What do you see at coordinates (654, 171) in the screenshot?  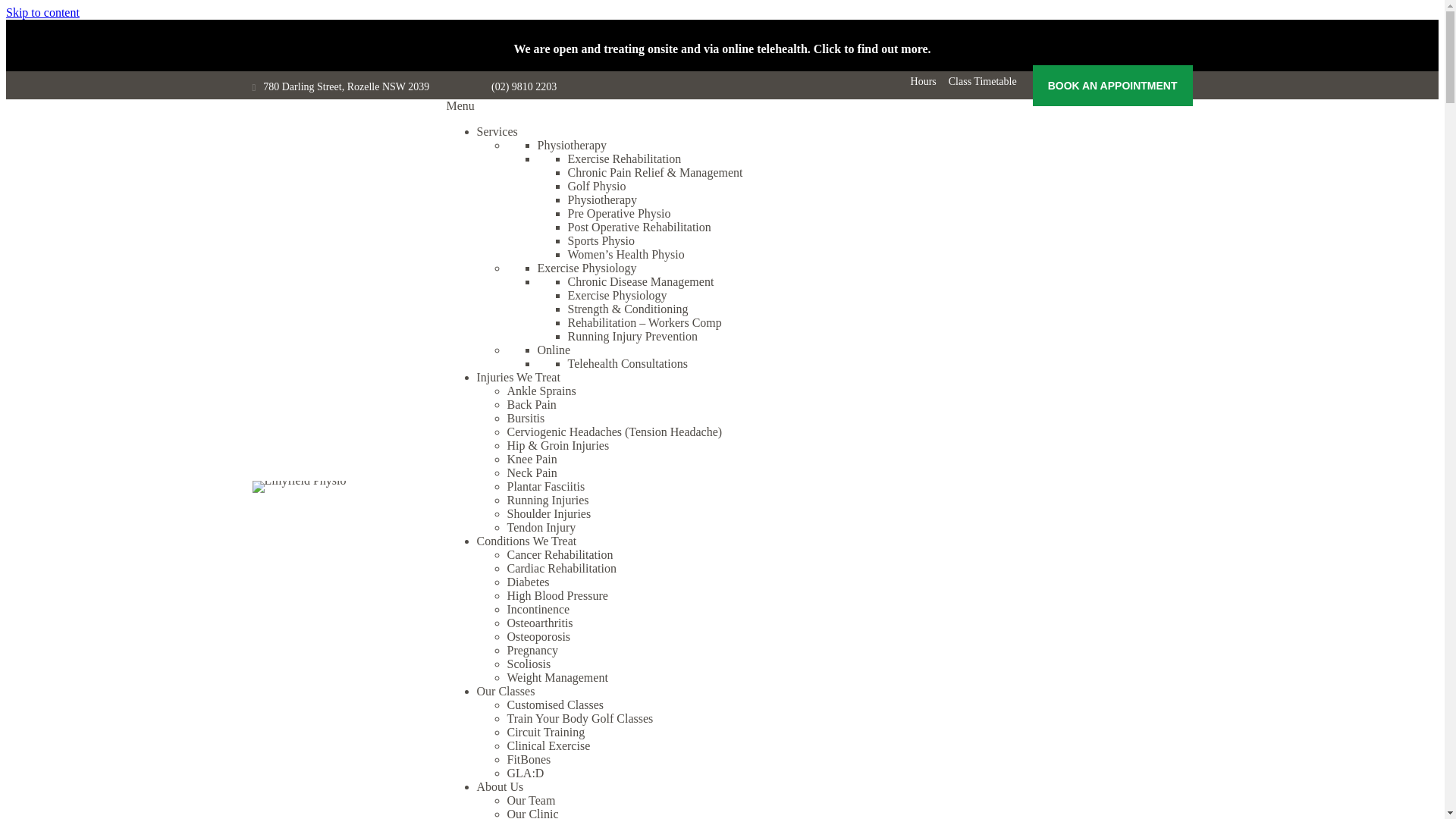 I see `'Chronic Pain Relief & Management'` at bounding box center [654, 171].